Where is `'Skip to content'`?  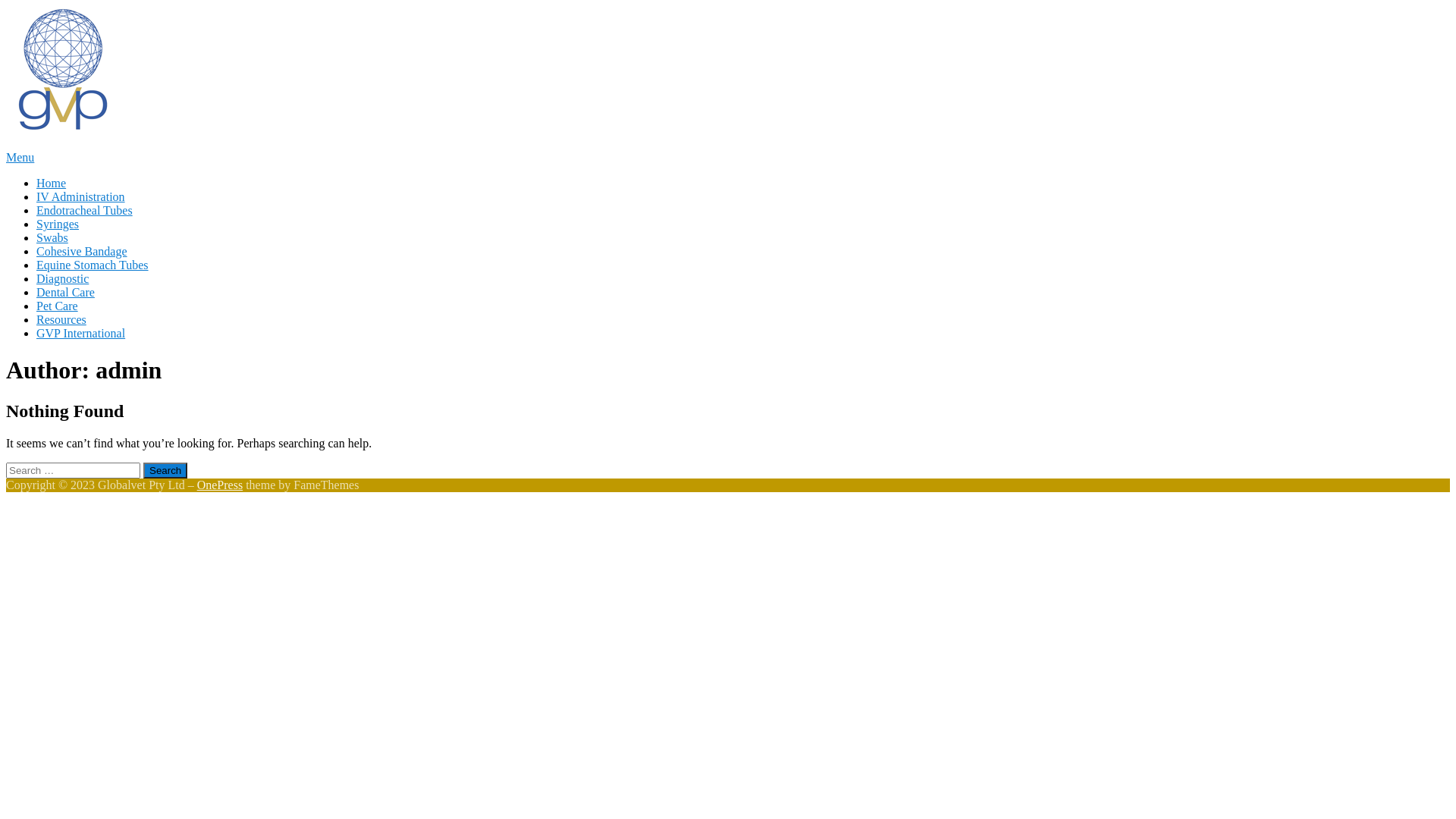 'Skip to content' is located at coordinates (5, 5).